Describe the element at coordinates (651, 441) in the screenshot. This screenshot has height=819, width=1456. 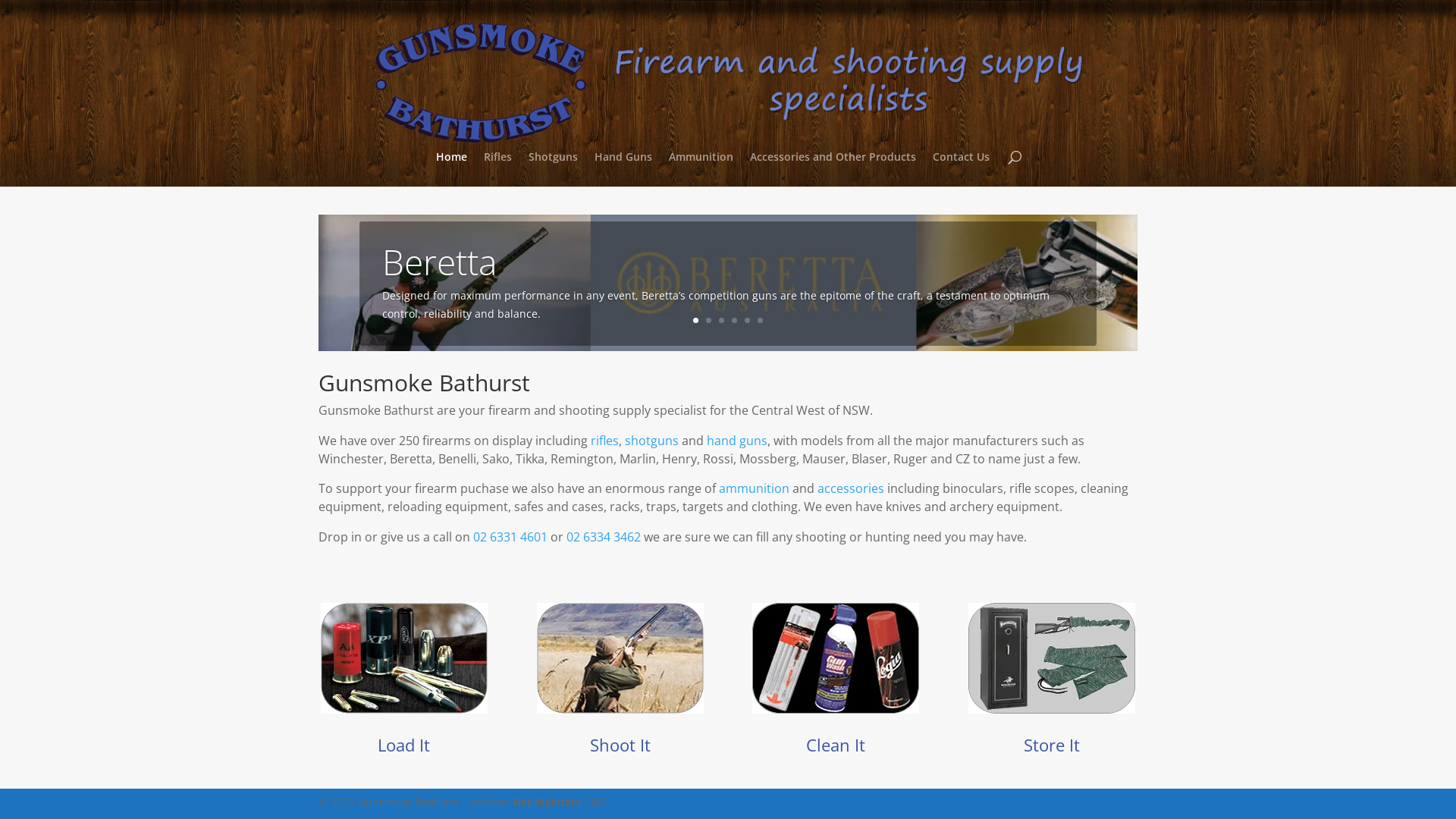
I see `'shotguns'` at that location.